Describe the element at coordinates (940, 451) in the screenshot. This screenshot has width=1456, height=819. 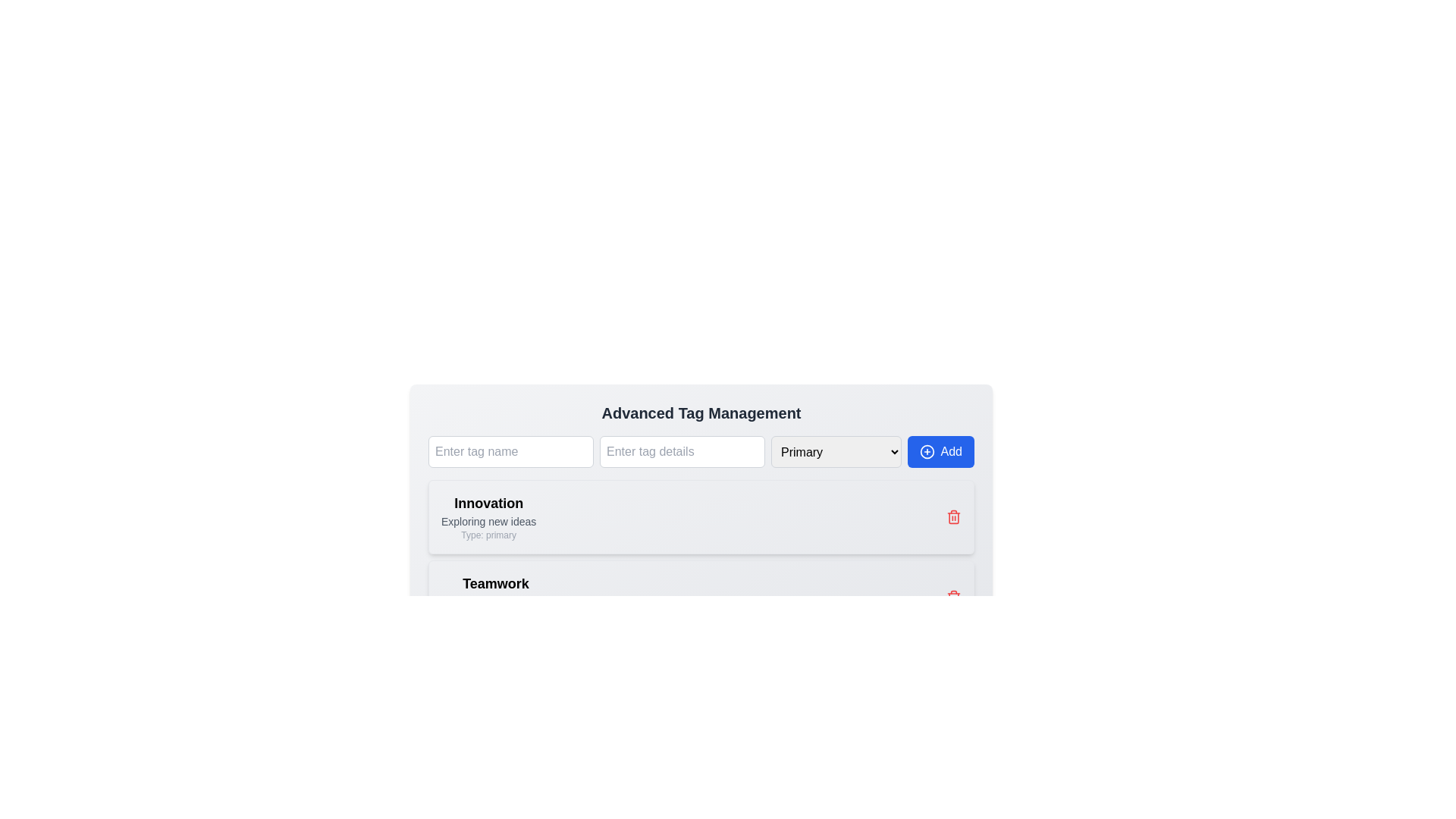
I see `the button used to add a new tag in the 'Advanced Tag Management' section, located at the far right end of the row adjacent to the 'Primary' dropdown field` at that location.